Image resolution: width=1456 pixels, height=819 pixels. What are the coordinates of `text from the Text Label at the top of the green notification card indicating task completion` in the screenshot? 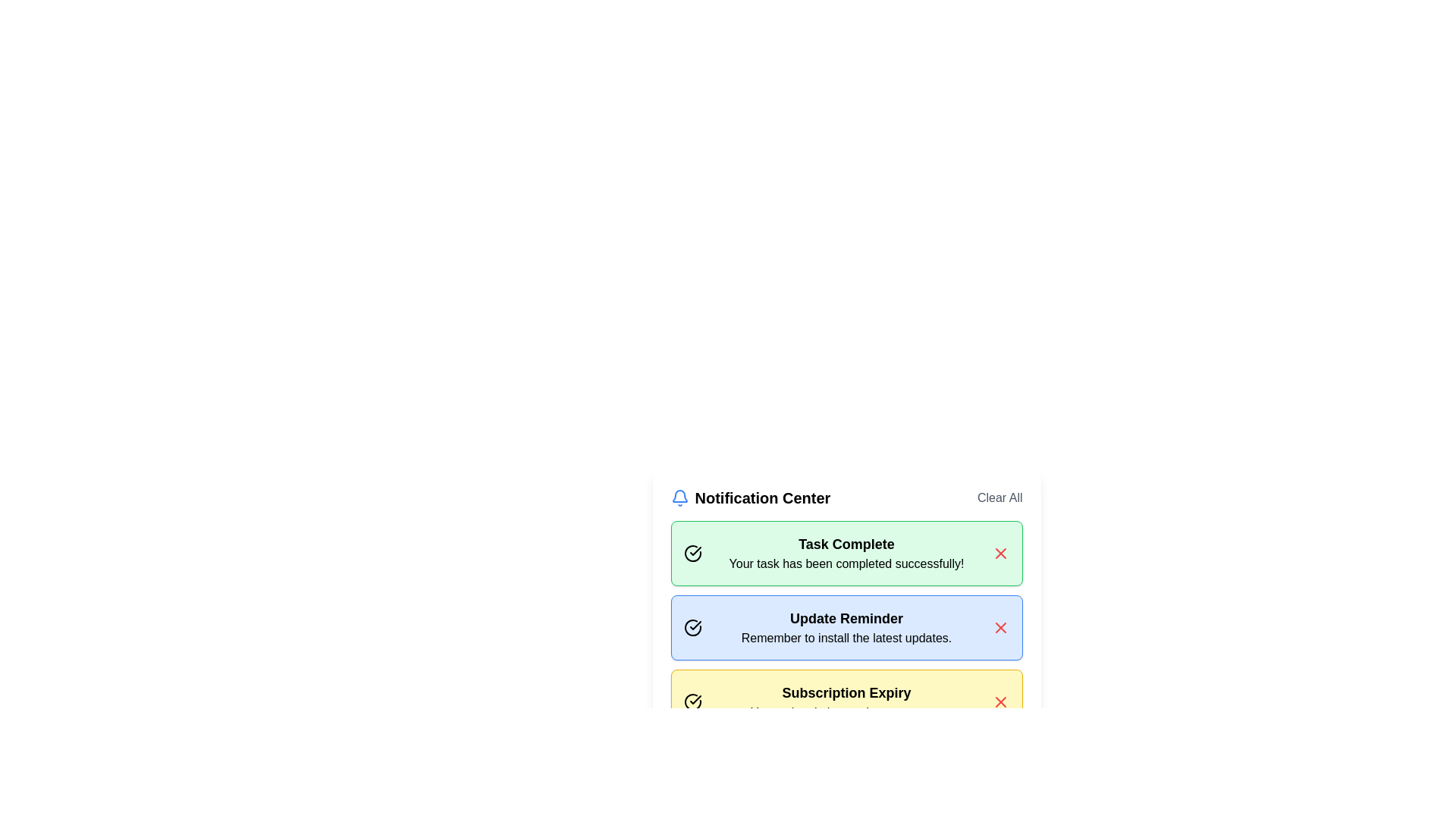 It's located at (846, 543).